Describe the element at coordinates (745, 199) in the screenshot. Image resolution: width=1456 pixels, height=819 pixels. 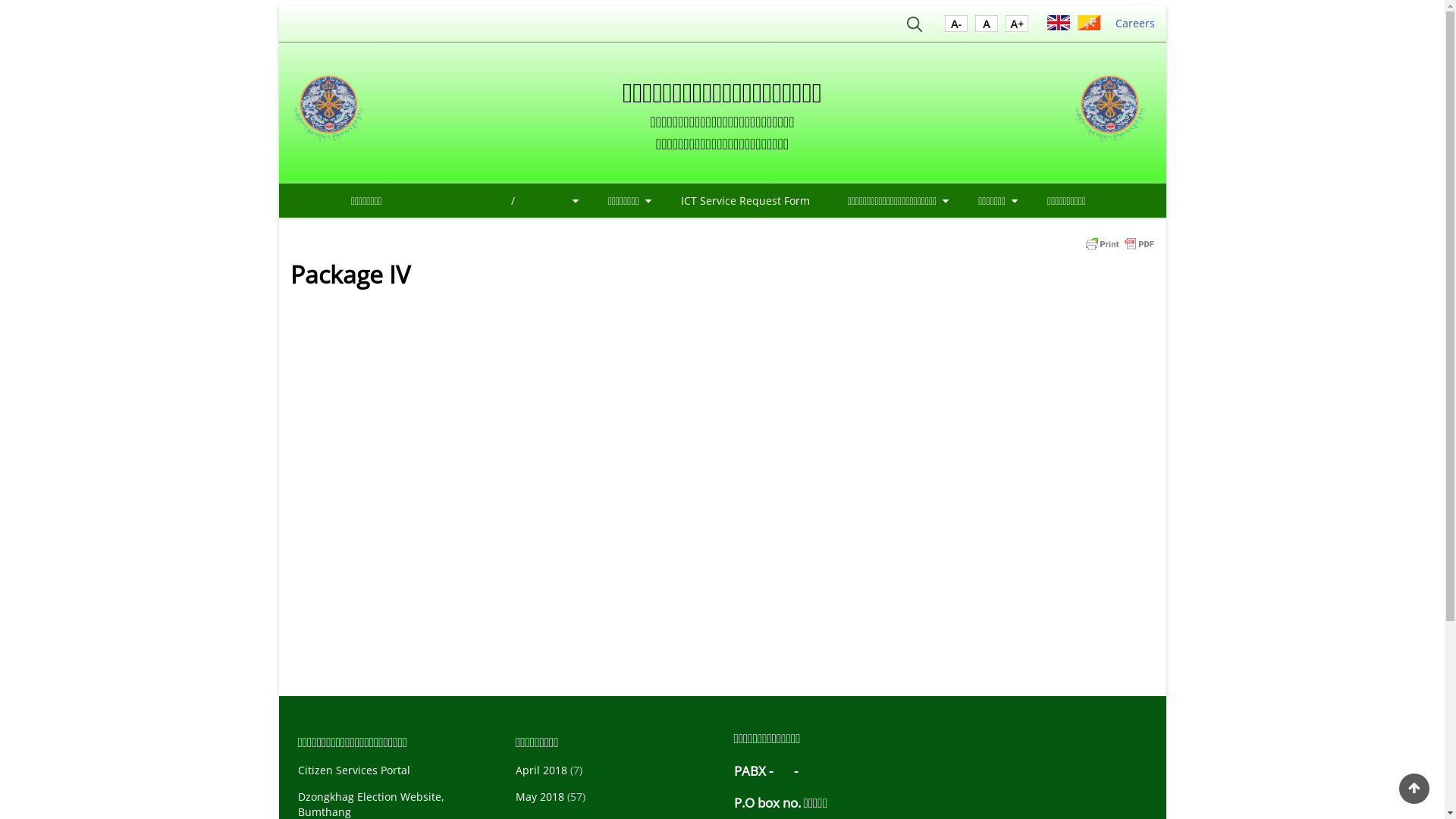
I see `'ICT Service Request Form'` at that location.